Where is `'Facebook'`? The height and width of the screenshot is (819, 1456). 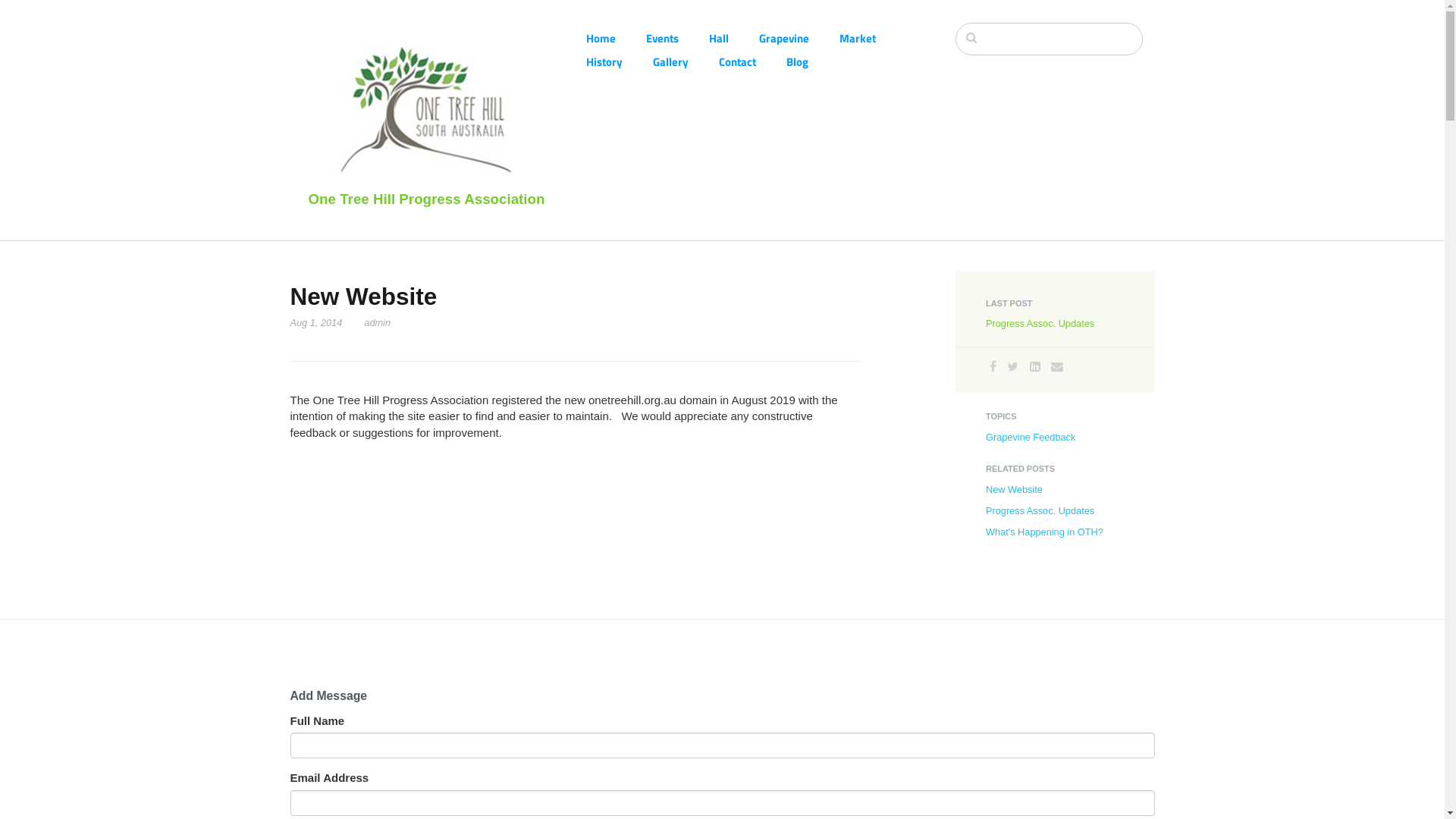 'Facebook' is located at coordinates (993, 366).